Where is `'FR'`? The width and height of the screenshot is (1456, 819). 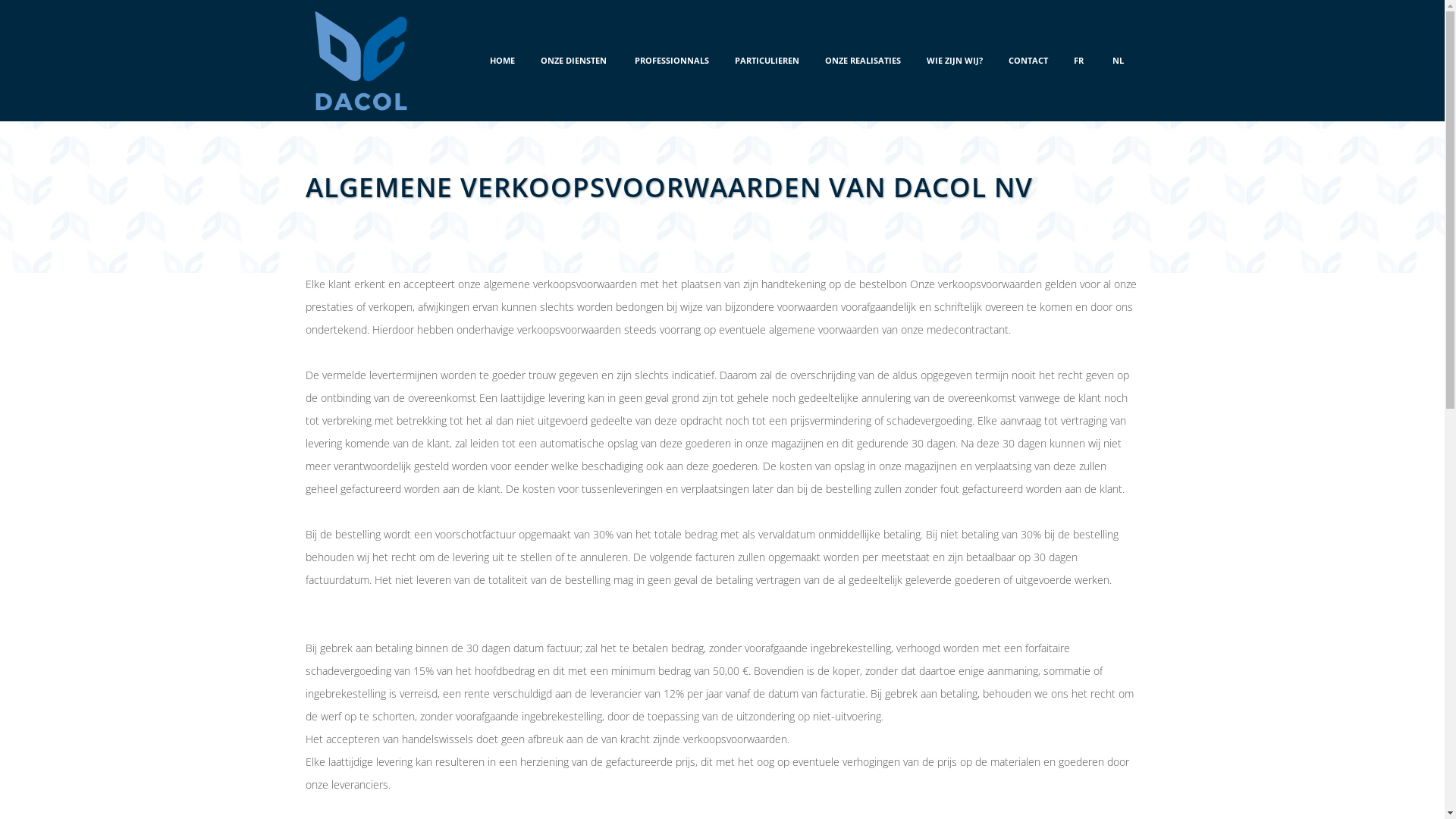
'FR' is located at coordinates (1078, 60).